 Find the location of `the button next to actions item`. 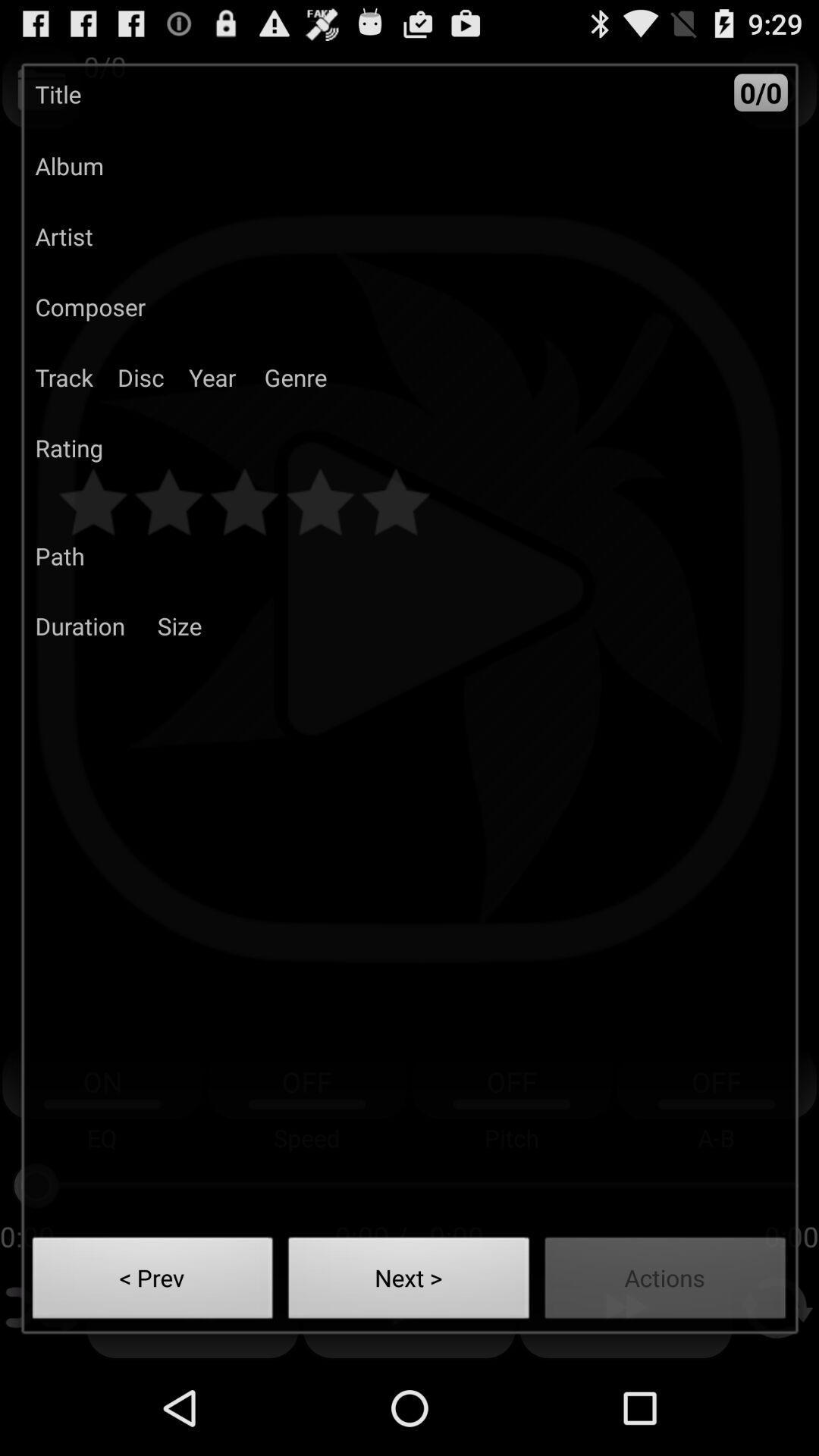

the button next to actions item is located at coordinates (408, 1282).